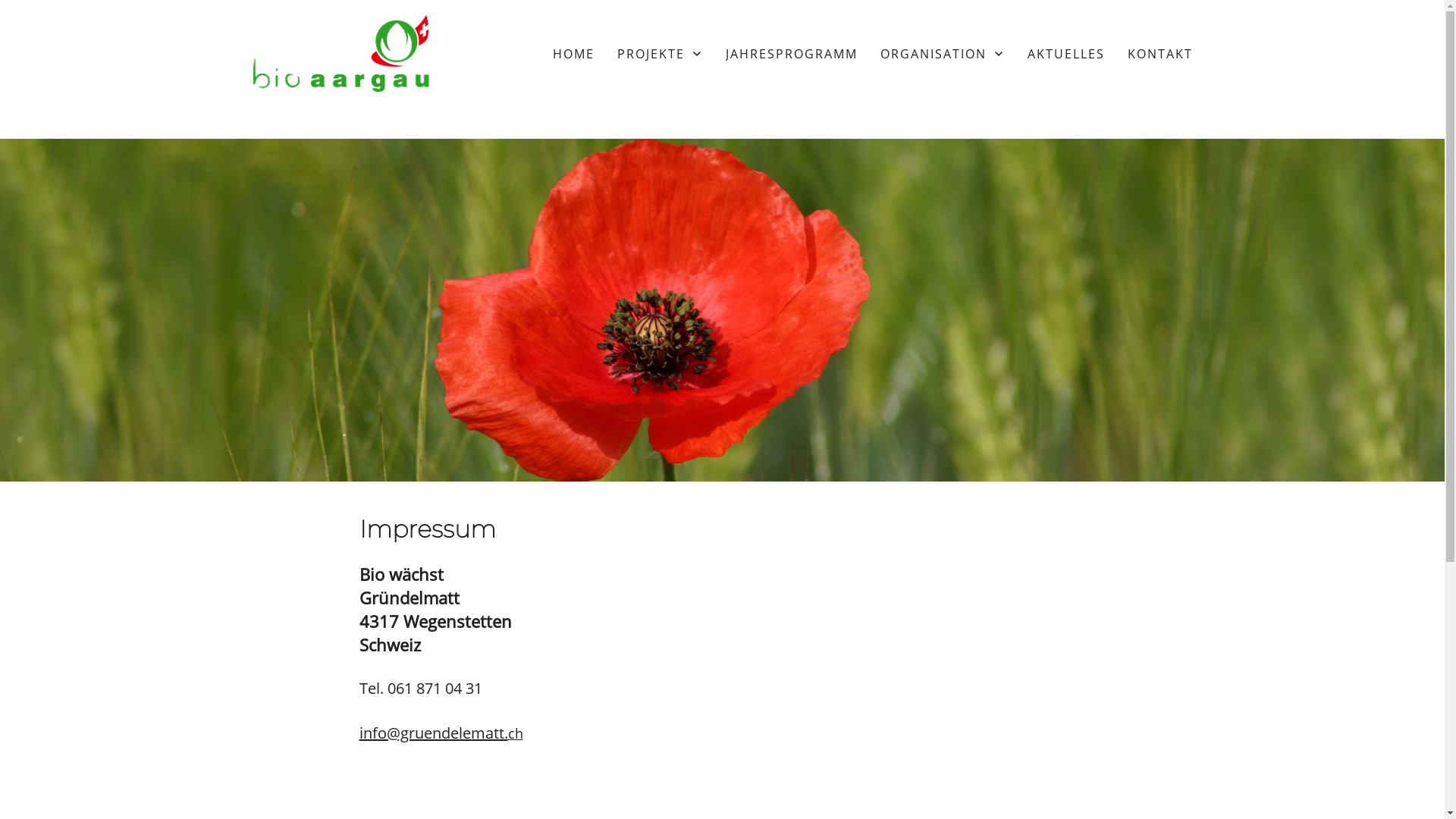  What do you see at coordinates (660, 52) in the screenshot?
I see `'PROJEKTE'` at bounding box center [660, 52].